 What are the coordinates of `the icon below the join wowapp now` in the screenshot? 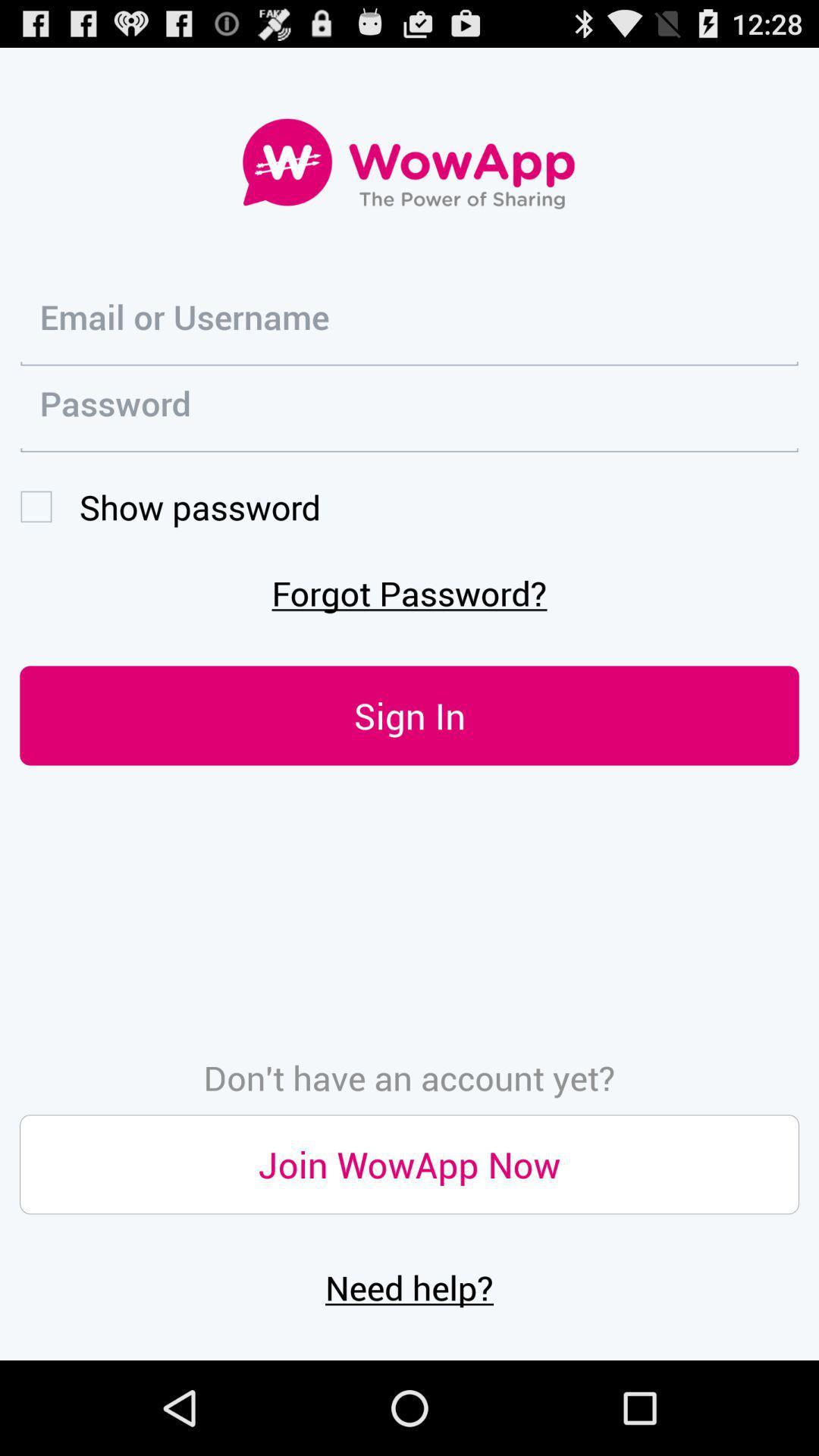 It's located at (409, 1286).